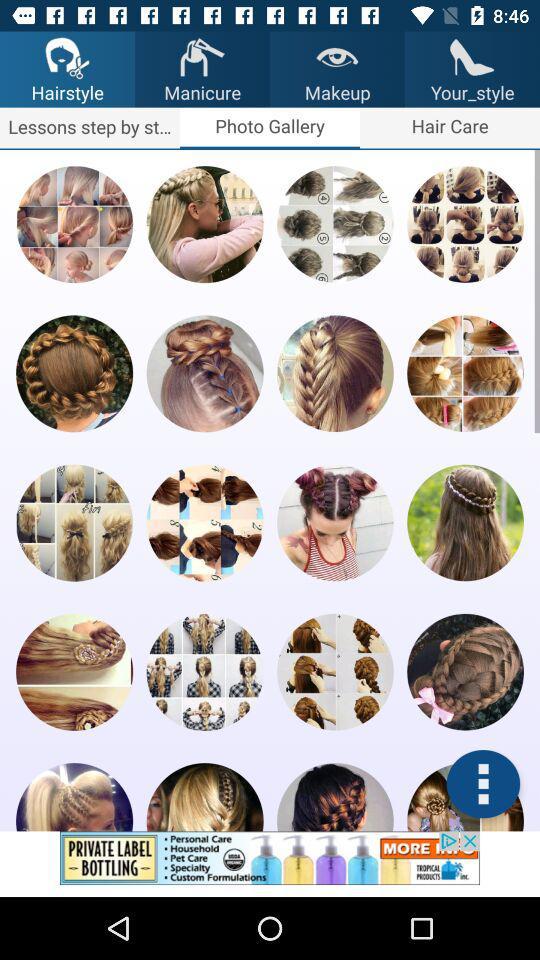 The width and height of the screenshot is (540, 960). I want to click on hair style, so click(73, 797).